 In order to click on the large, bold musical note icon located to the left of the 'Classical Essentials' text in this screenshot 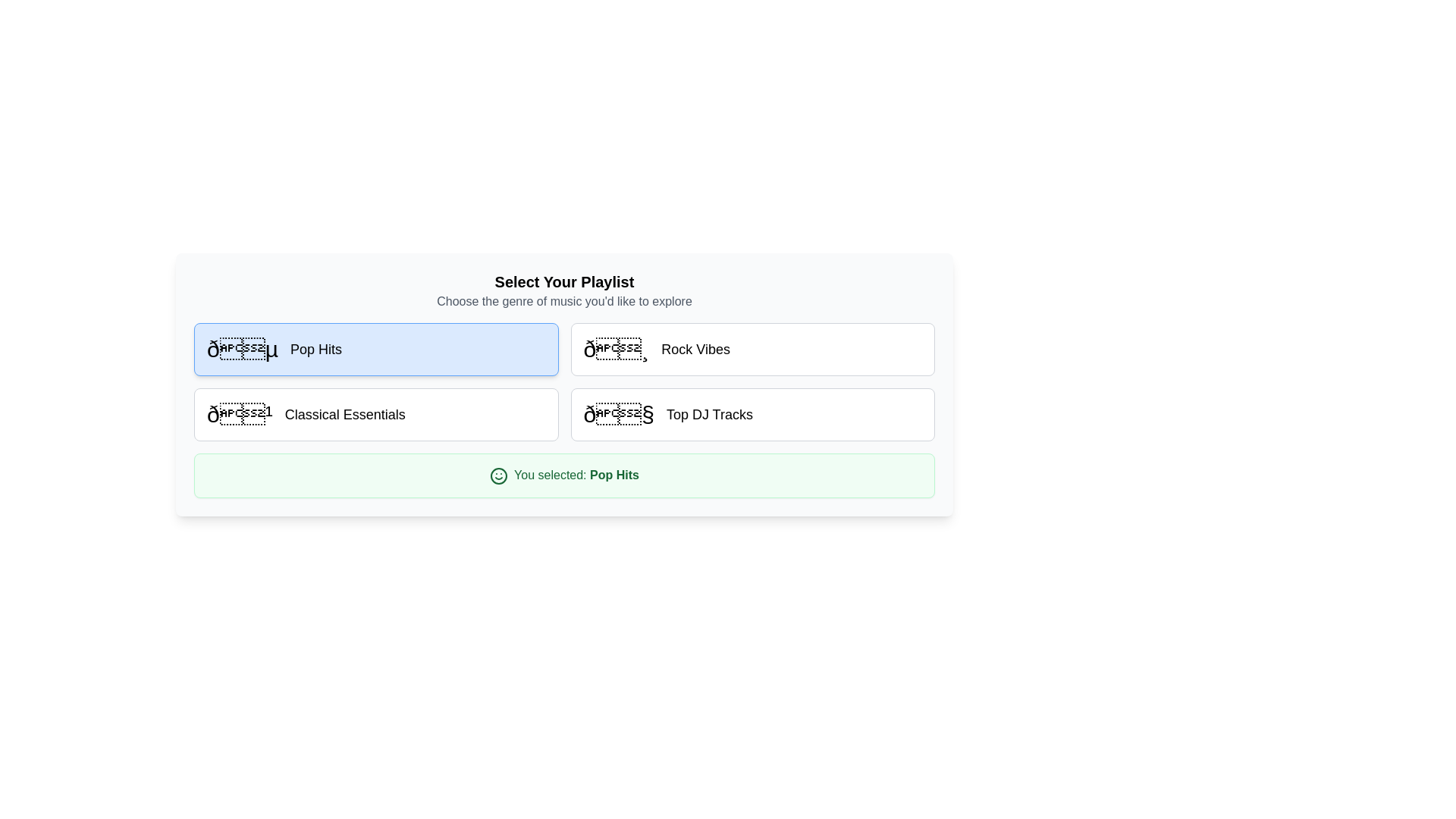, I will do `click(239, 415)`.